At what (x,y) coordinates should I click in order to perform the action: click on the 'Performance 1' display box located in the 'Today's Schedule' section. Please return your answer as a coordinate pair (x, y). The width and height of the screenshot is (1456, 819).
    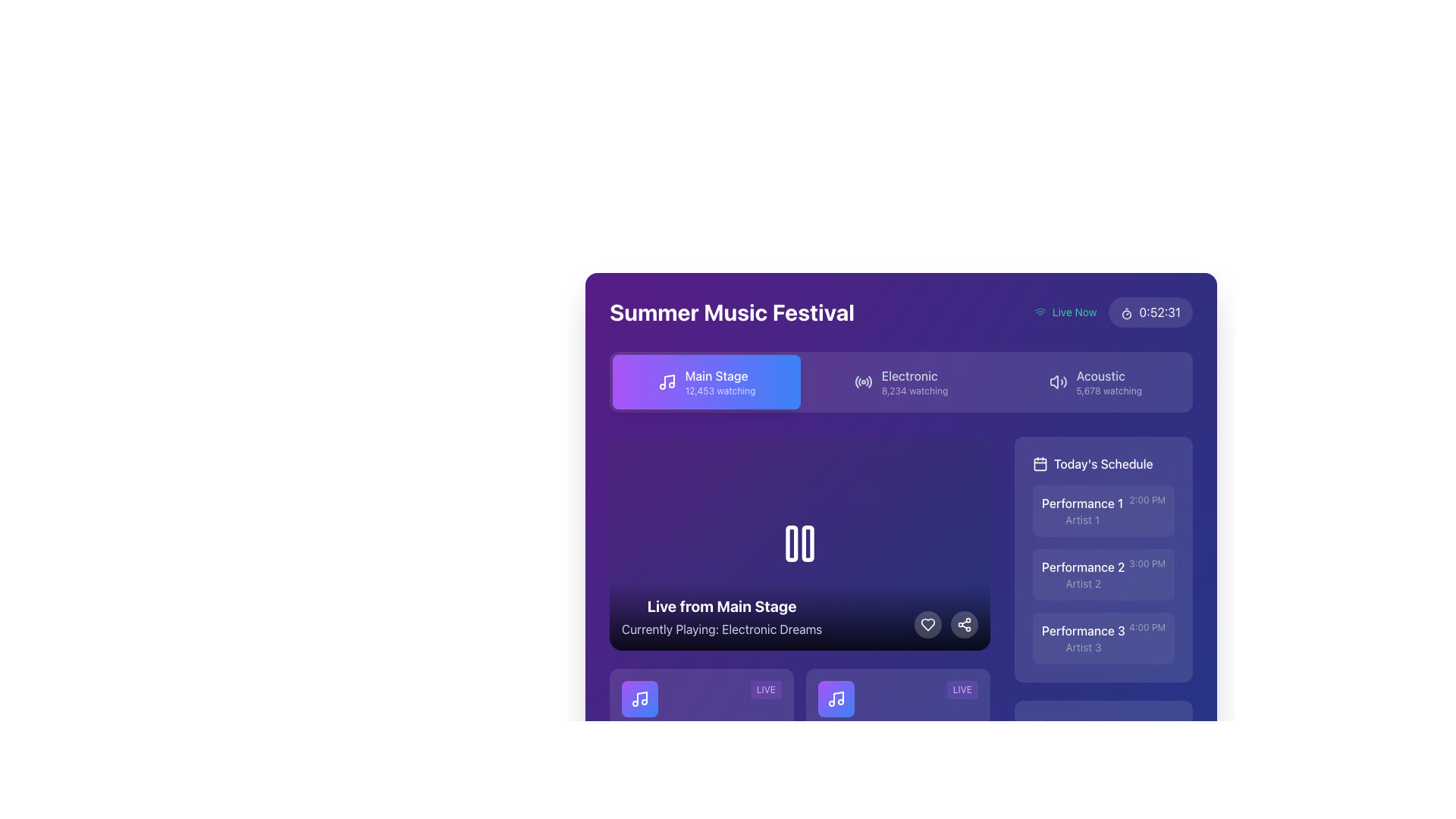
    Looking at the image, I should click on (1081, 511).